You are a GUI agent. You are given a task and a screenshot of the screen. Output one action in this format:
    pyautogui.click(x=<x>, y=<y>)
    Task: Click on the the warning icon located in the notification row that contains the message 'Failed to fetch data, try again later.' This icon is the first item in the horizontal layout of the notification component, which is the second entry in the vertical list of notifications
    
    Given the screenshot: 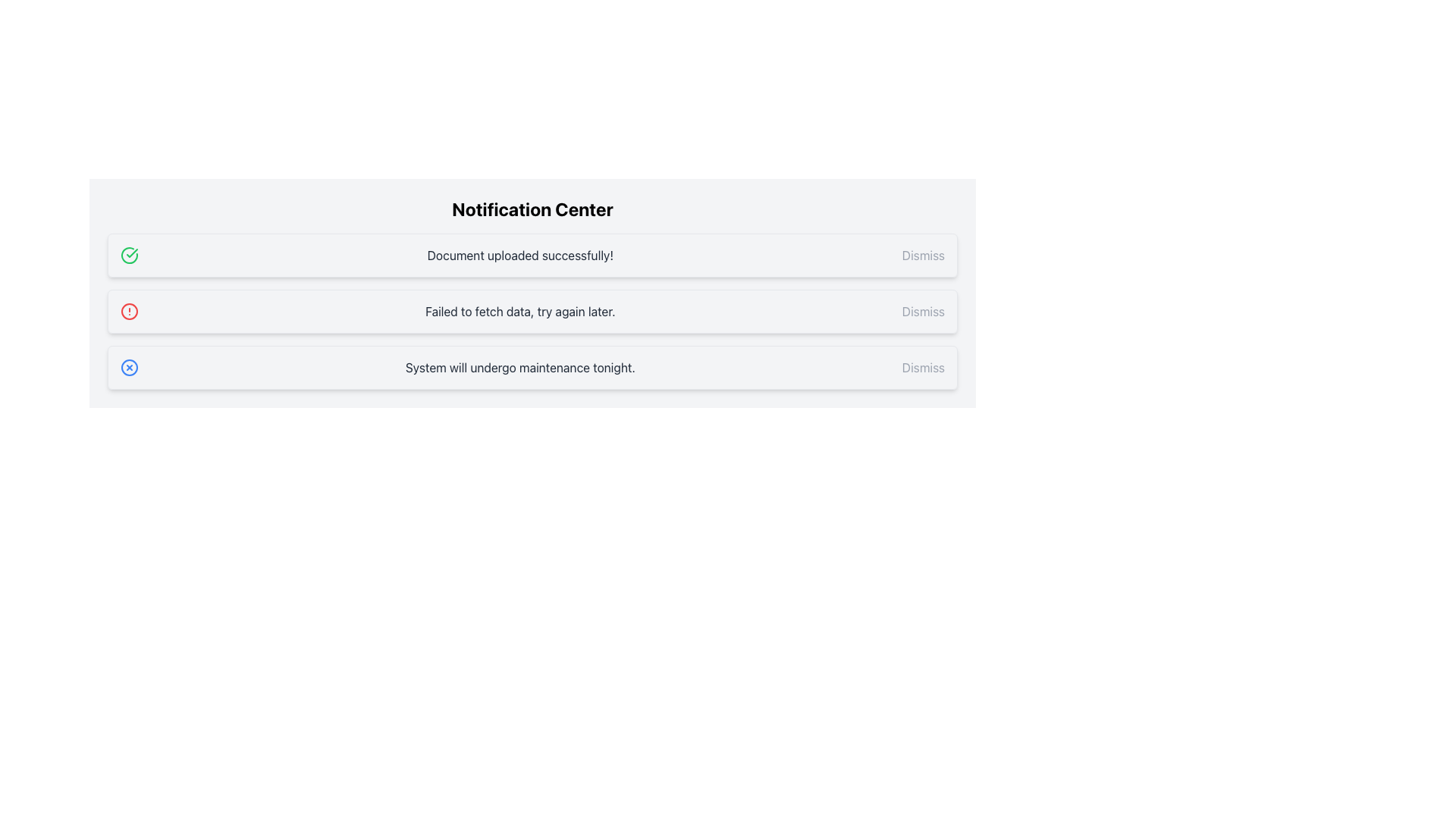 What is the action you would take?
    pyautogui.click(x=130, y=311)
    